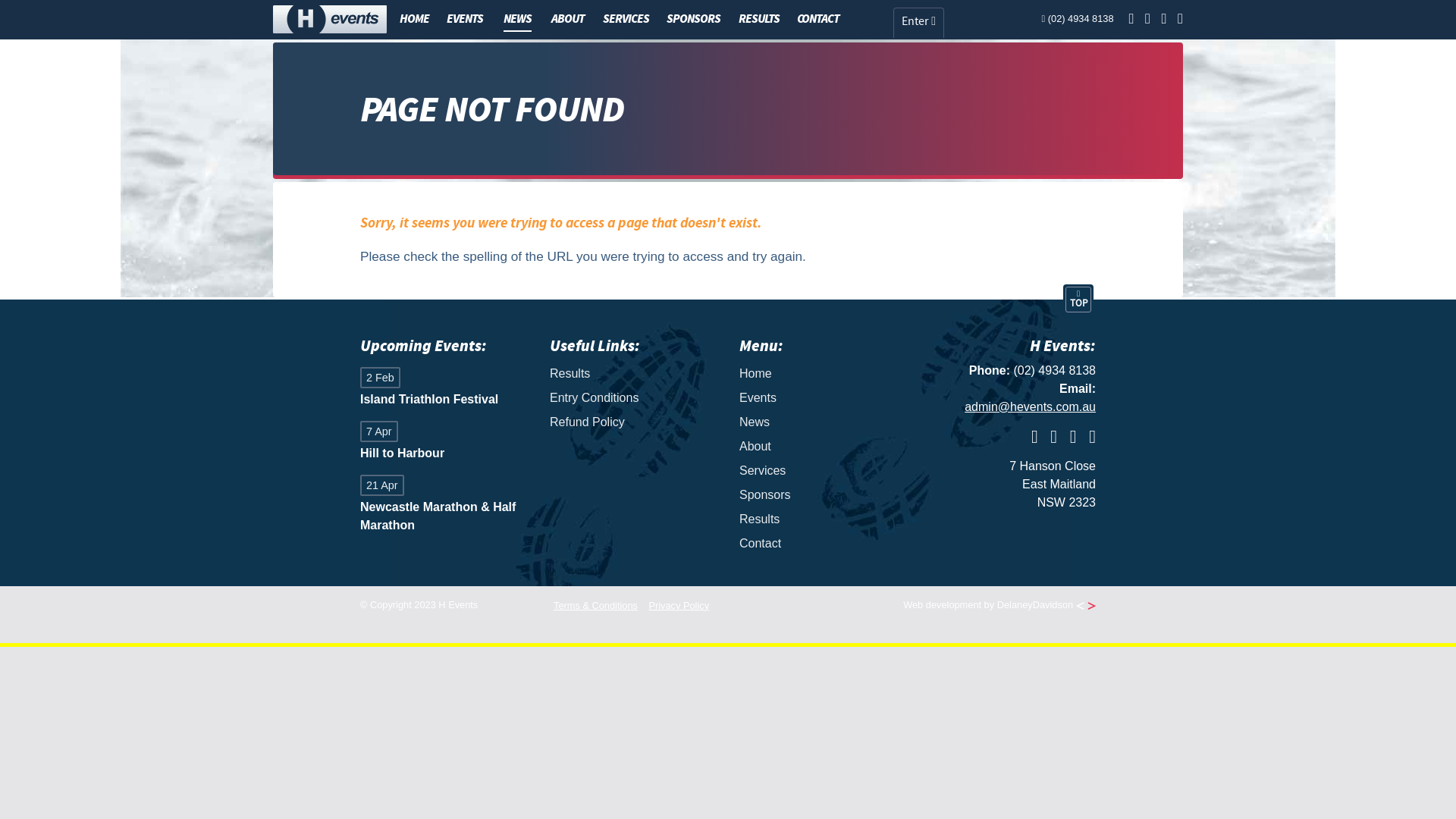 The width and height of the screenshot is (1456, 819). What do you see at coordinates (759, 18) in the screenshot?
I see `'RESULTS'` at bounding box center [759, 18].